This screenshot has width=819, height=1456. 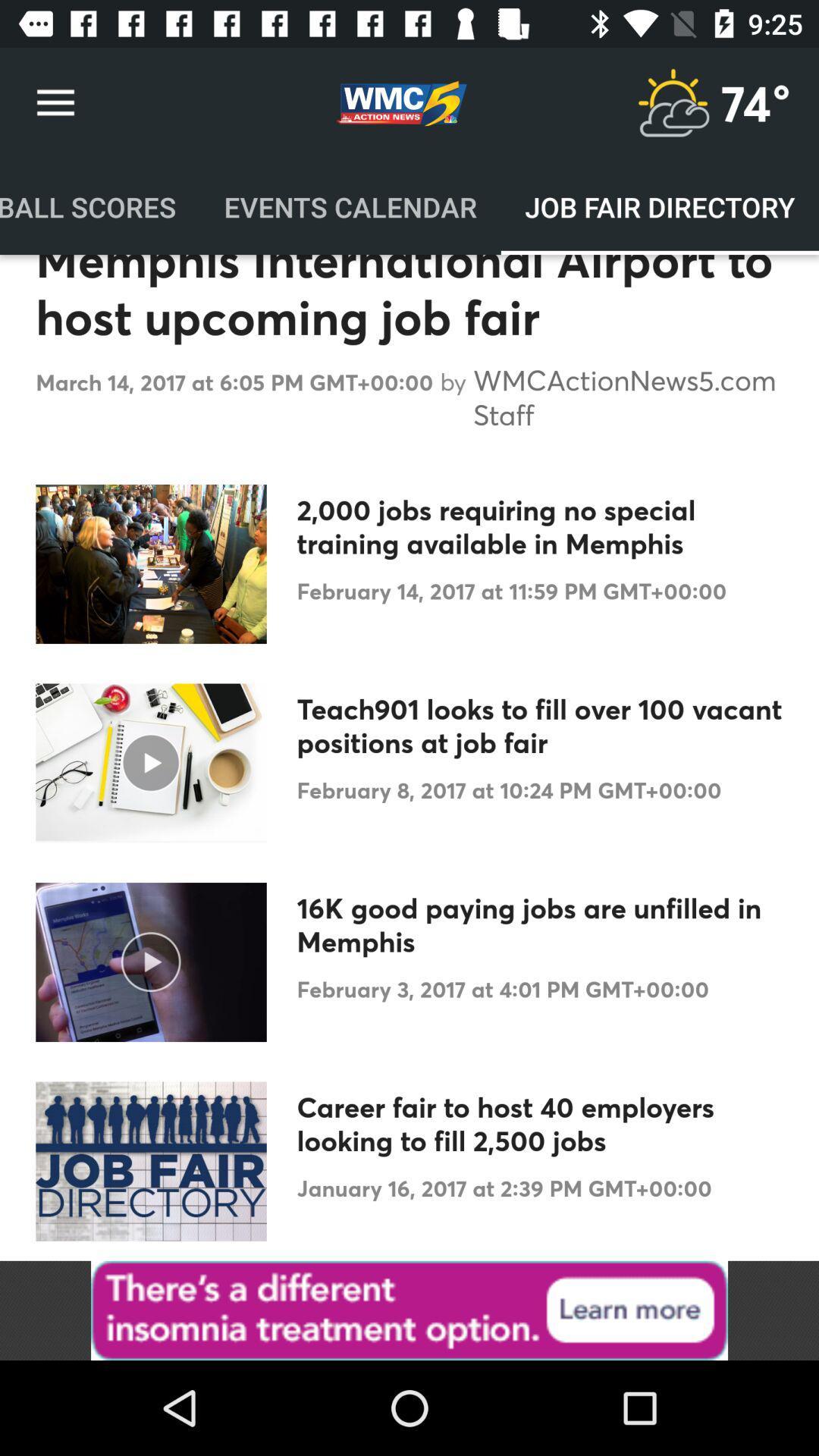 I want to click on learn more option, so click(x=409, y=1310).